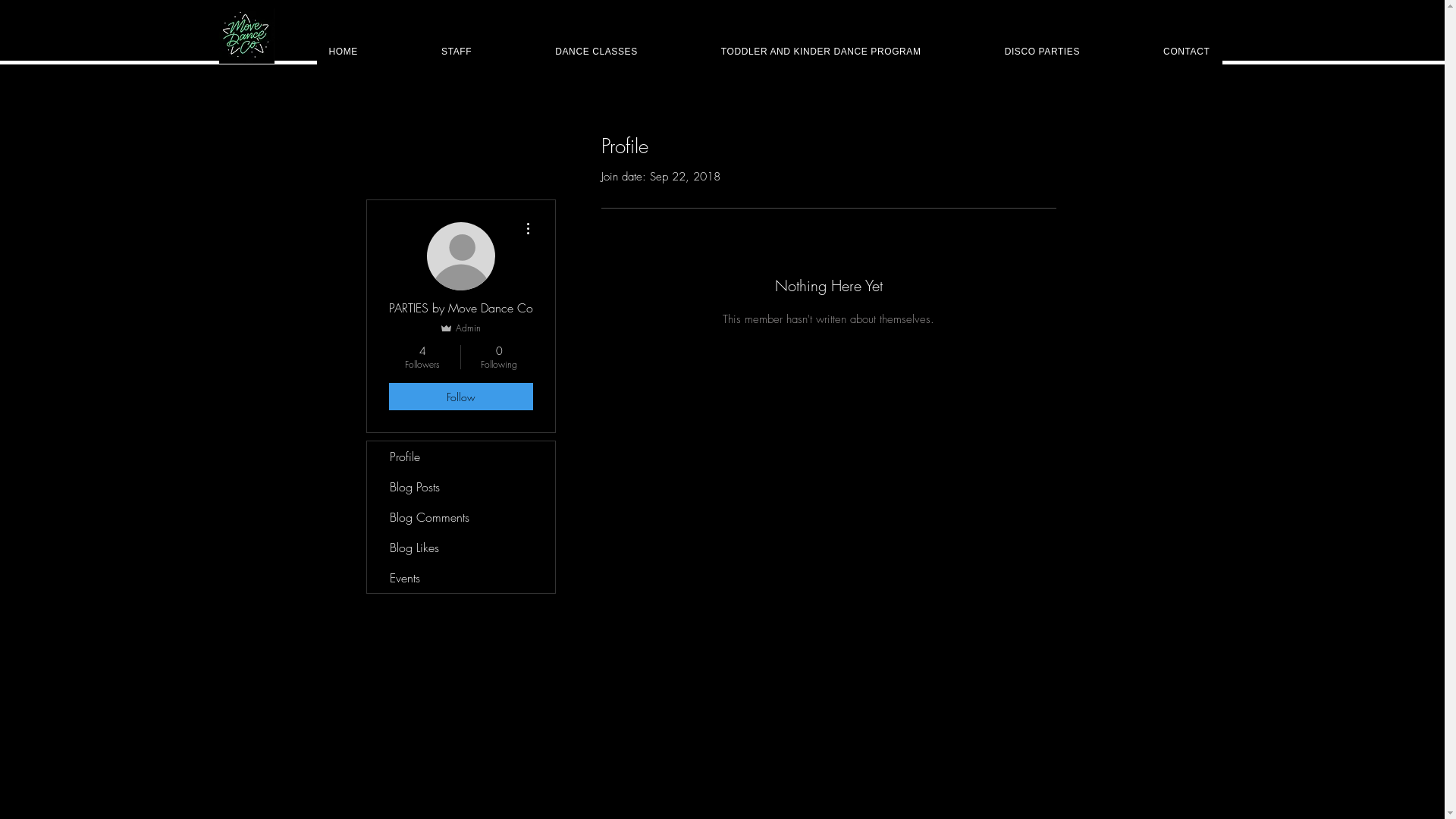 This screenshot has width=1456, height=819. Describe the element at coordinates (422, 356) in the screenshot. I see `'4` at that location.